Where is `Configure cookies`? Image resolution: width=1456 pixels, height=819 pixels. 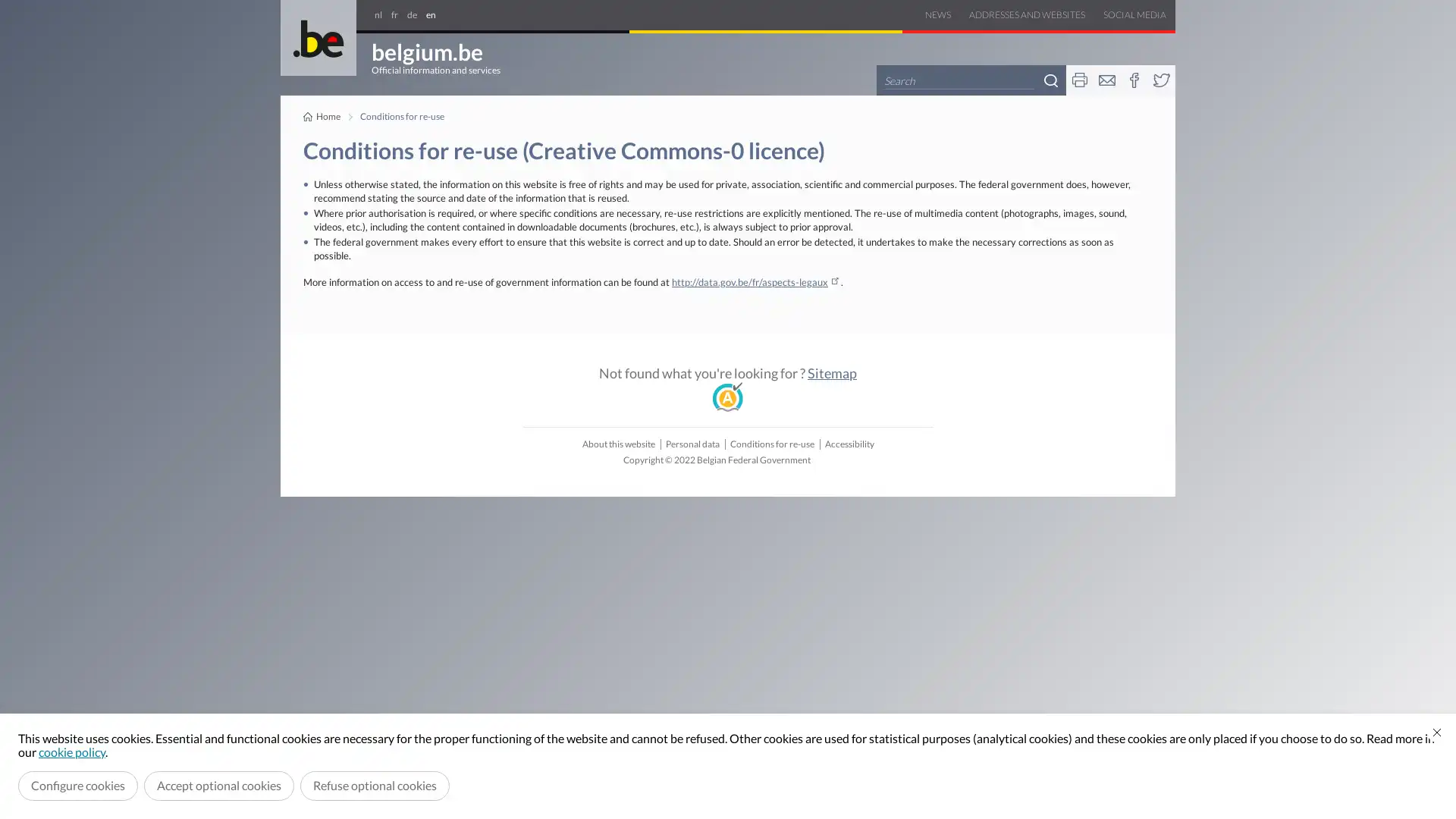
Configure cookies is located at coordinates (77, 785).